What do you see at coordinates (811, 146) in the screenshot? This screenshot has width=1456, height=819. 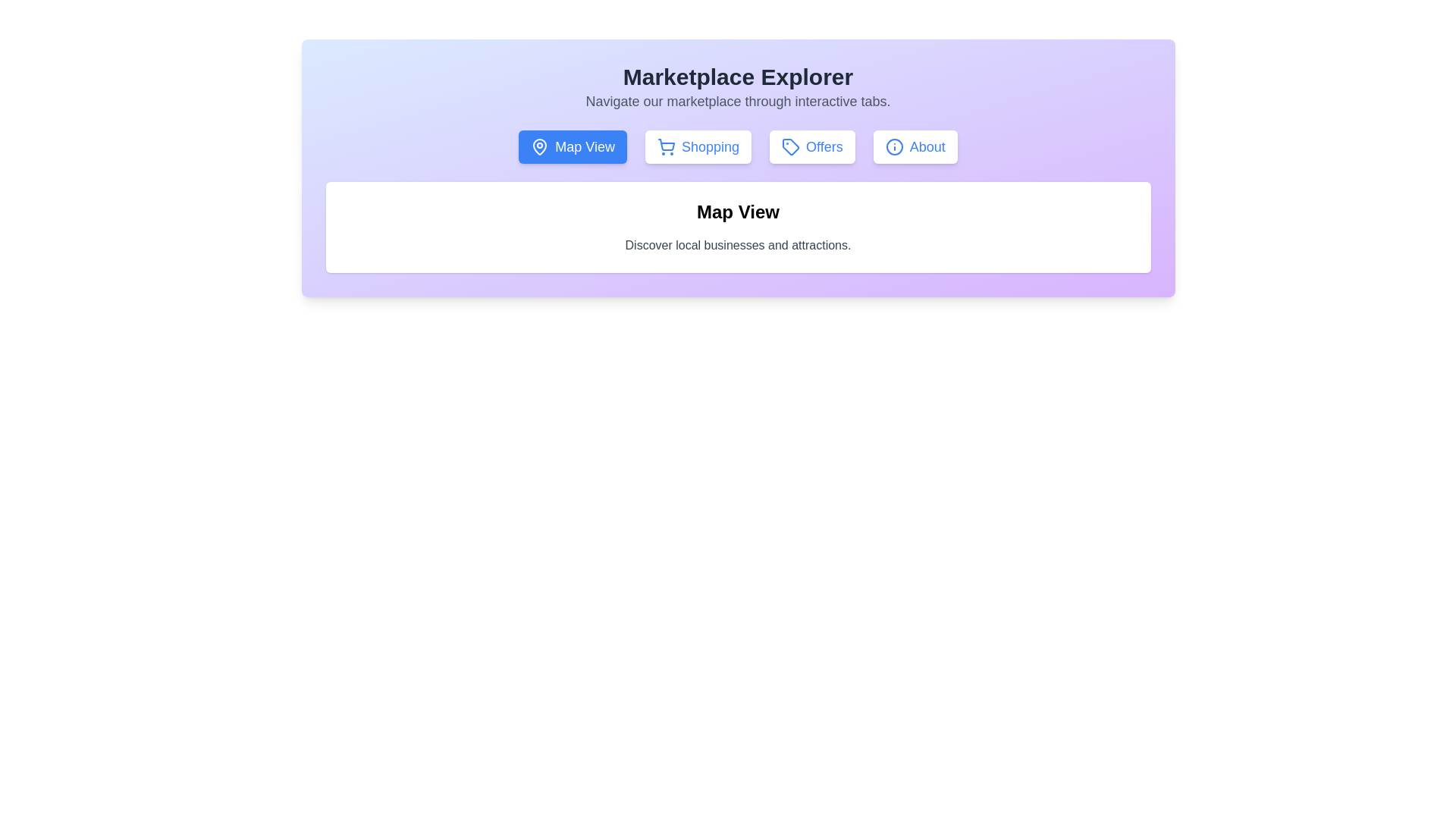 I see `the tab labeled Offers` at bounding box center [811, 146].